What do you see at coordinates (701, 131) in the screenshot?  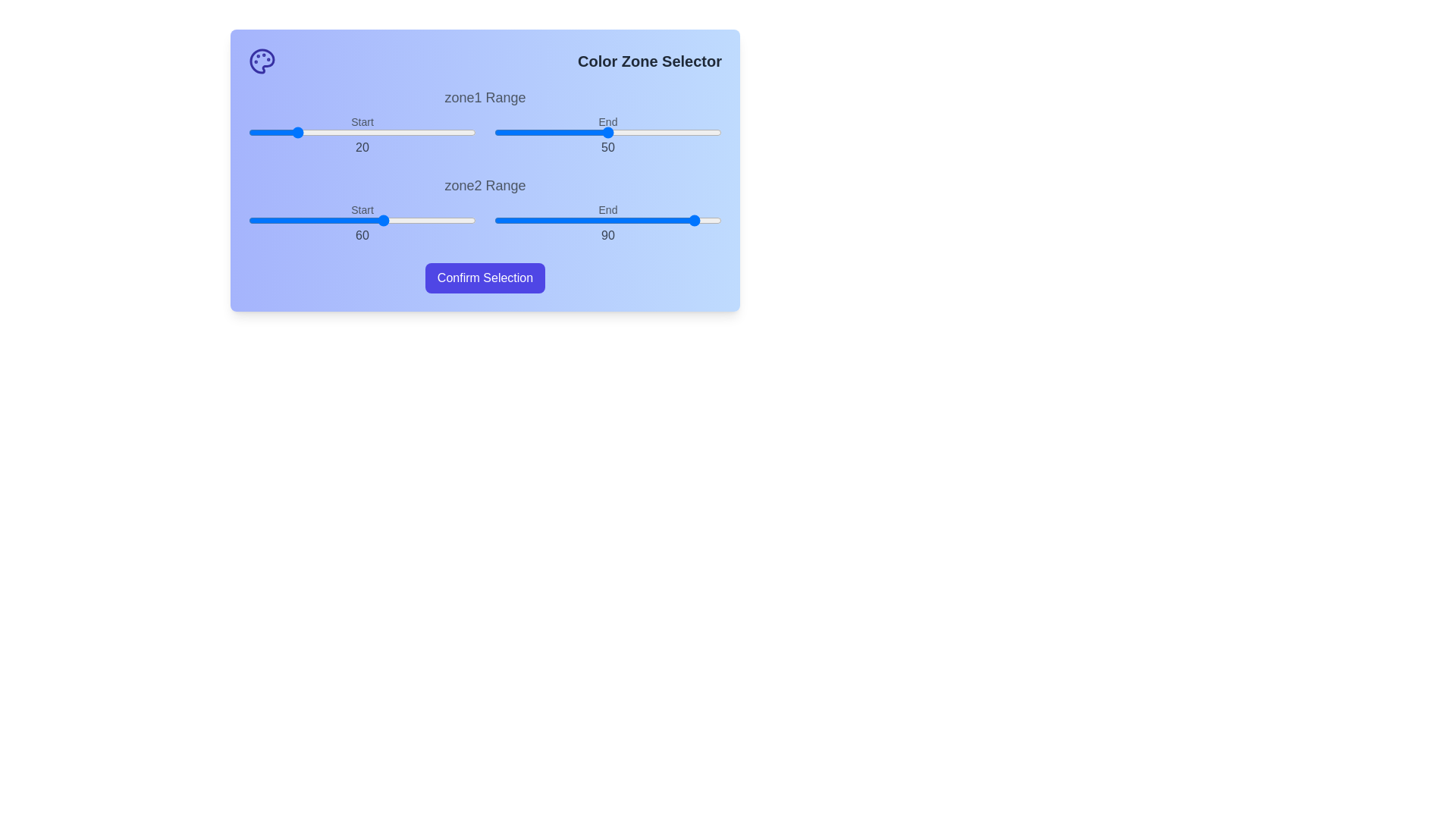 I see `the end range slider for zone1 to 91` at bounding box center [701, 131].